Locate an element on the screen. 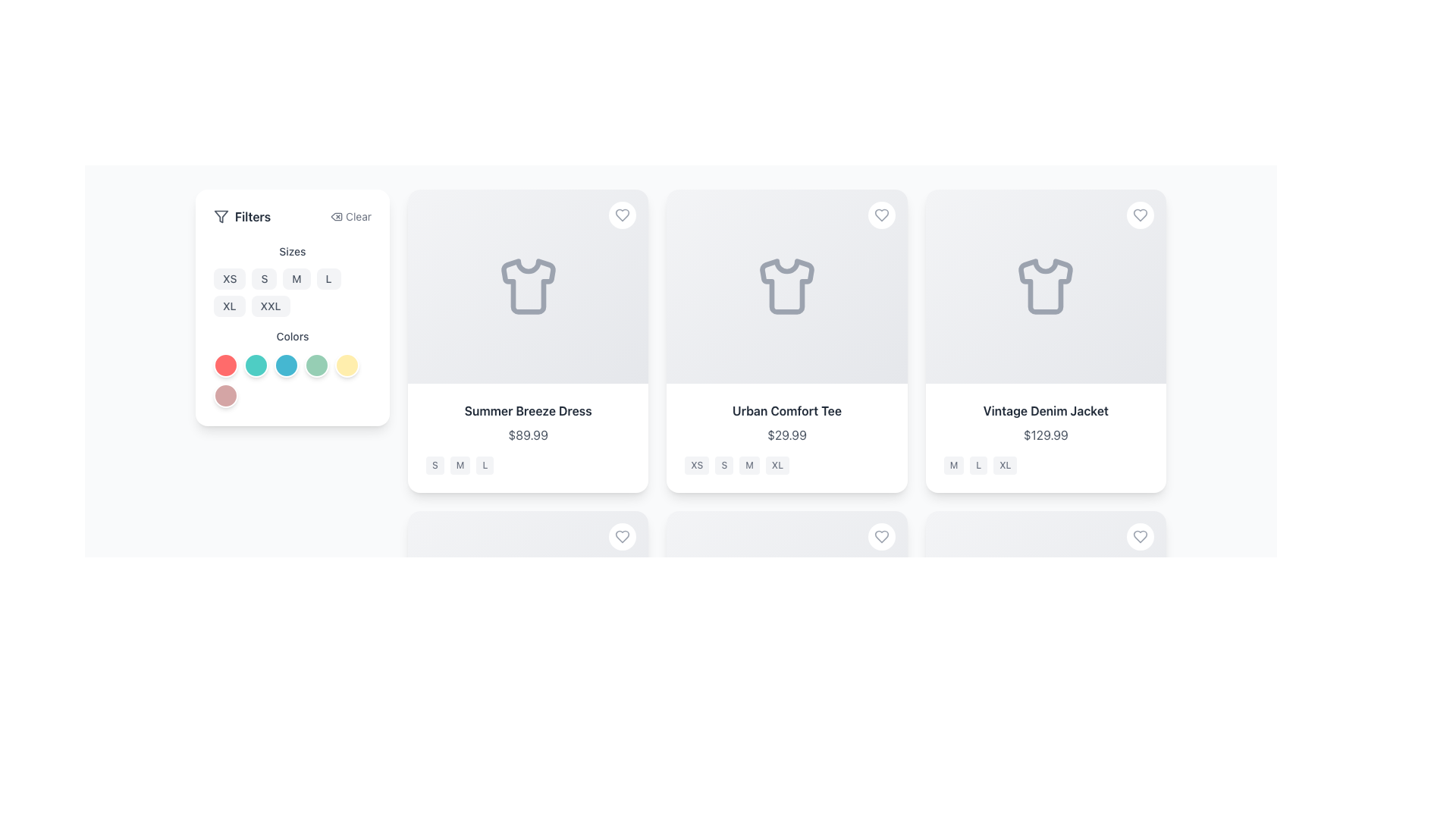 This screenshot has height=819, width=1456. the favorite button located in the top-right corner of the 'Summer Breeze Dress' product card is located at coordinates (623, 215).